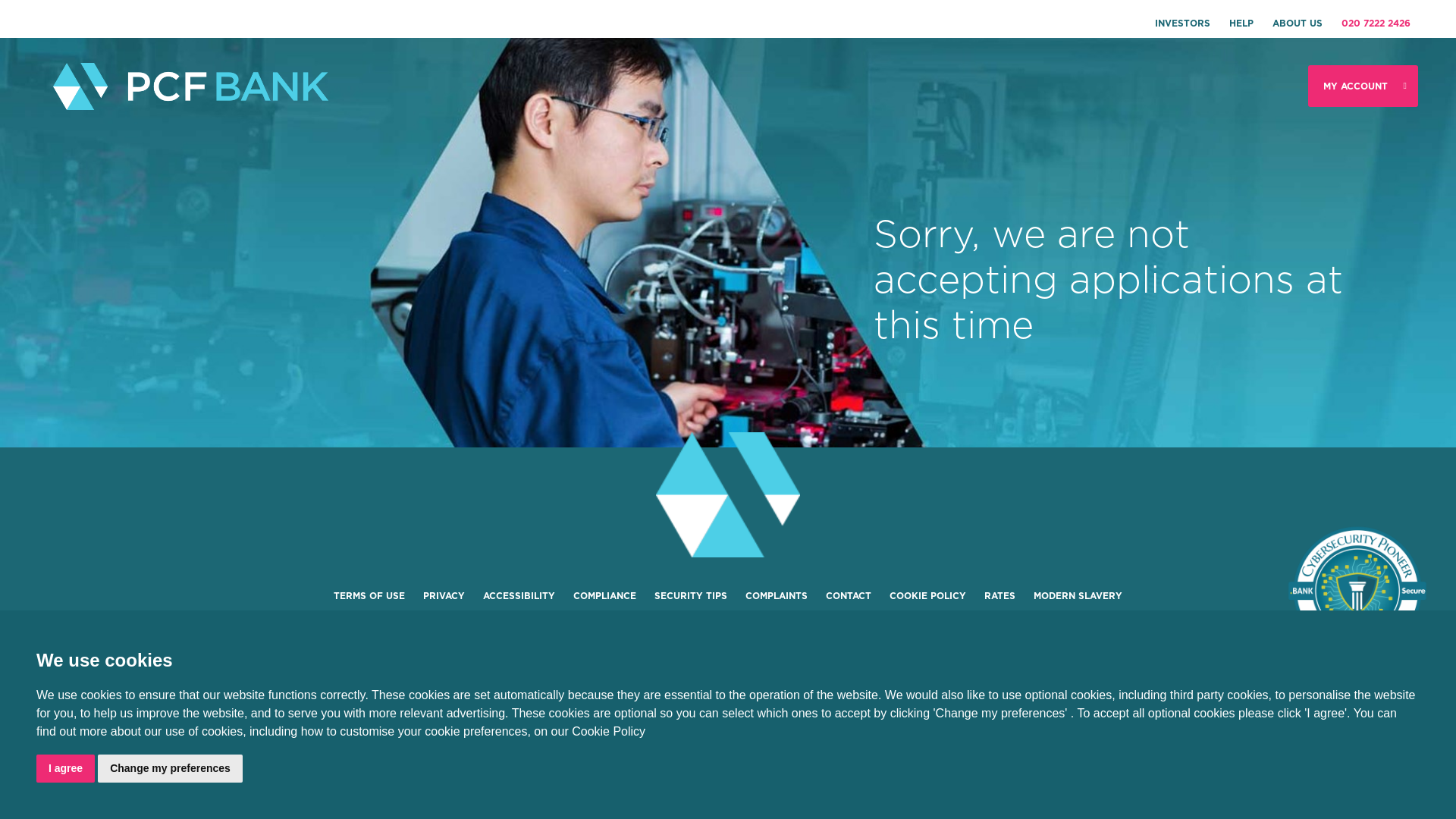 The height and width of the screenshot is (819, 1456). Describe the element at coordinates (1363, 86) in the screenshot. I see `'MY ACCOUNT'` at that location.